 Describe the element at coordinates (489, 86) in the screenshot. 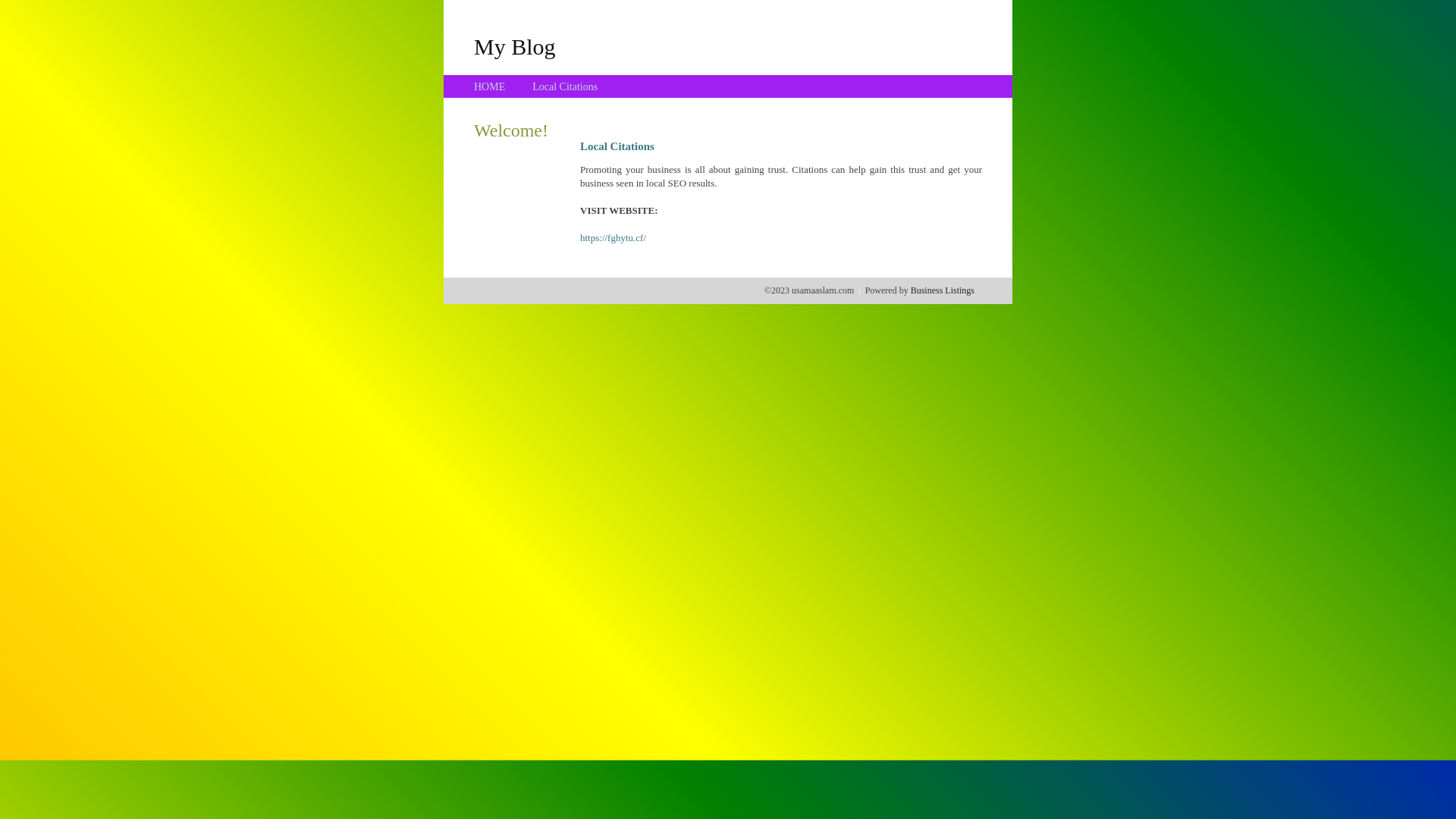

I see `'HOME'` at that location.